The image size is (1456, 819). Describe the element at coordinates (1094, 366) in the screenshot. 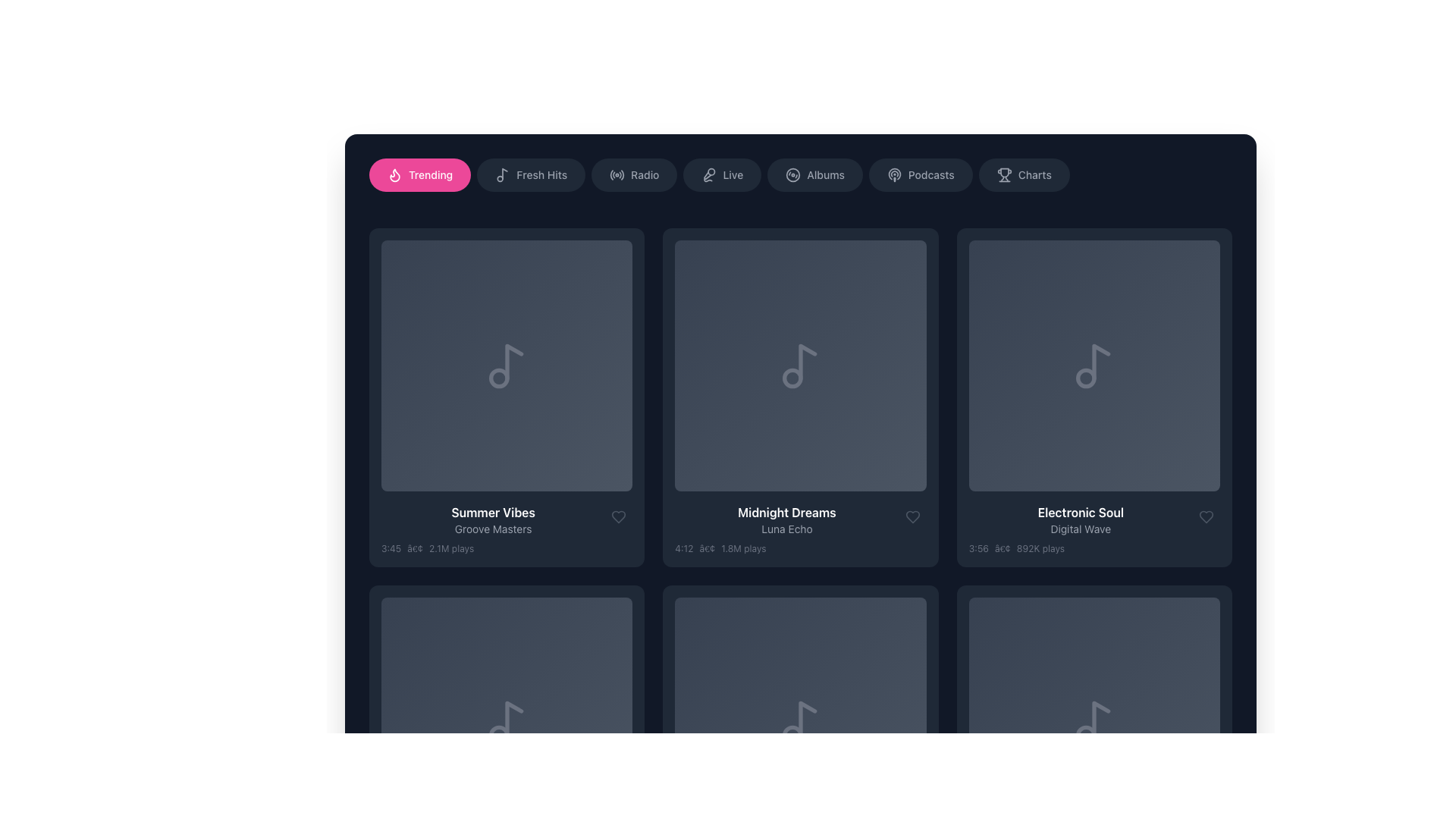

I see `the musical note icon which is part of the 'Electronic Soul' tile located in the upper-right section of the interface` at that location.